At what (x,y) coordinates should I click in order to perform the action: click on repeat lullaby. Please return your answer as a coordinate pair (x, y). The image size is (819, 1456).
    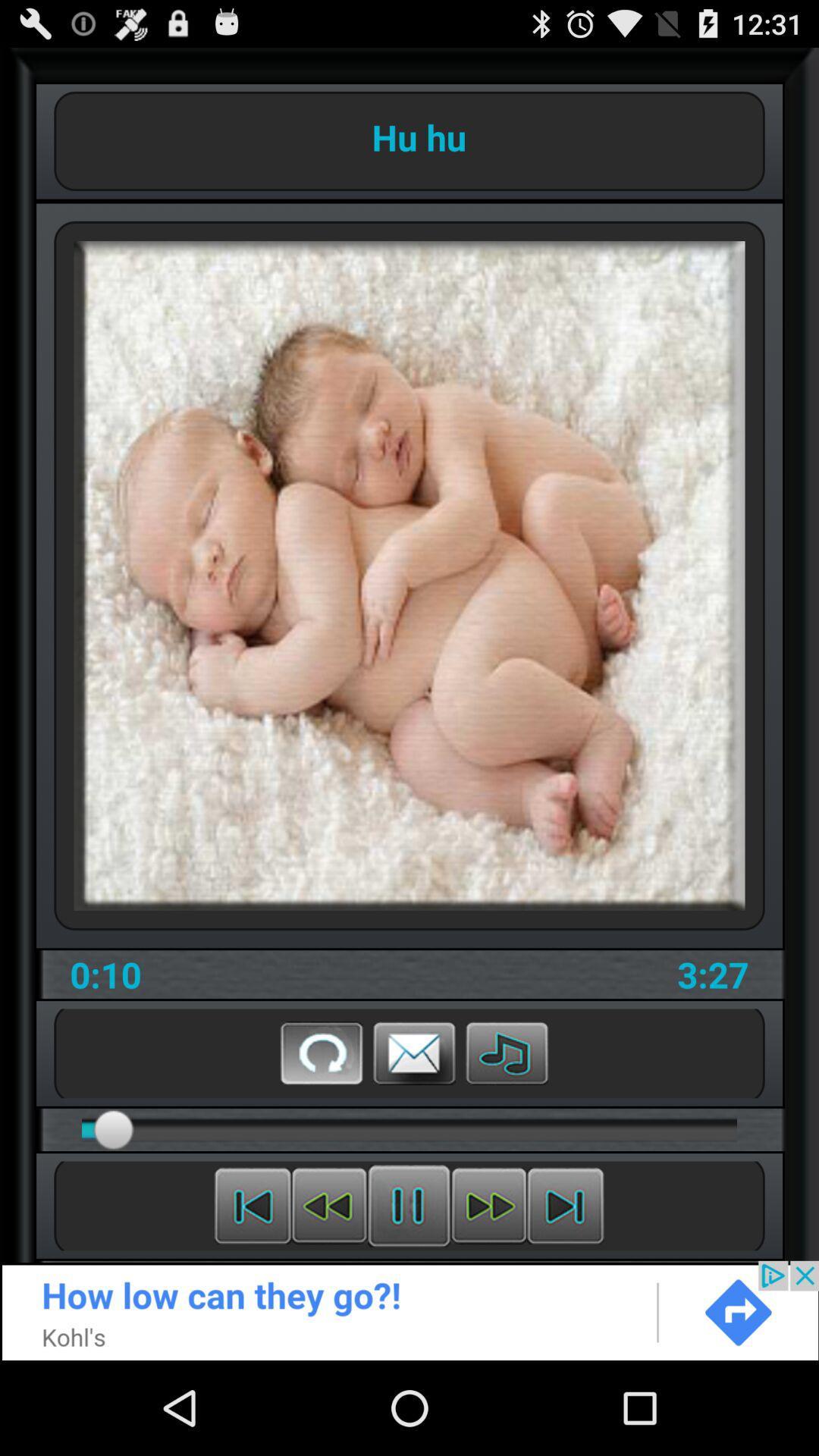
    Looking at the image, I should click on (321, 1052).